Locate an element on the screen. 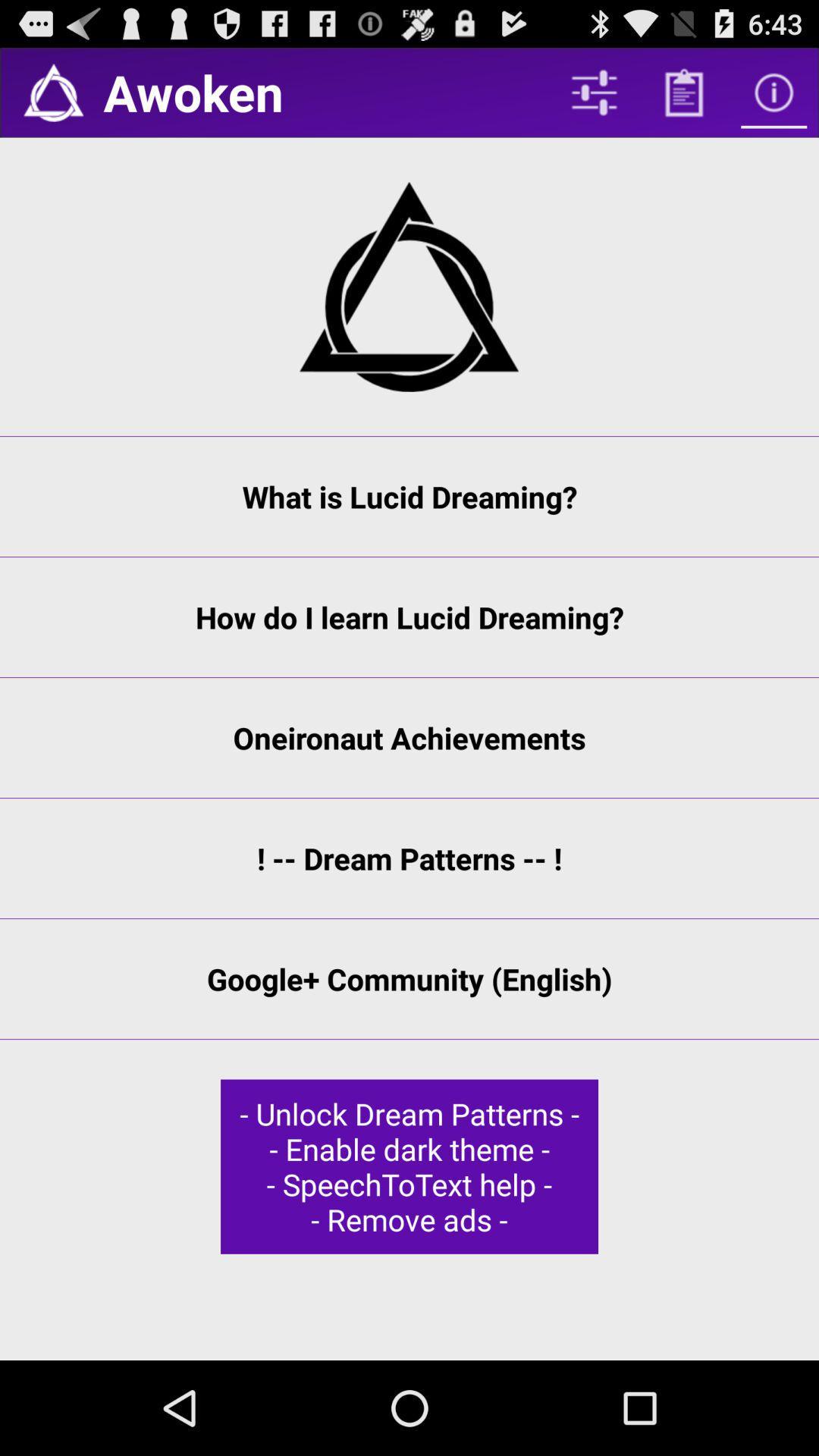 The height and width of the screenshot is (1456, 819). notifications is located at coordinates (52, 92).